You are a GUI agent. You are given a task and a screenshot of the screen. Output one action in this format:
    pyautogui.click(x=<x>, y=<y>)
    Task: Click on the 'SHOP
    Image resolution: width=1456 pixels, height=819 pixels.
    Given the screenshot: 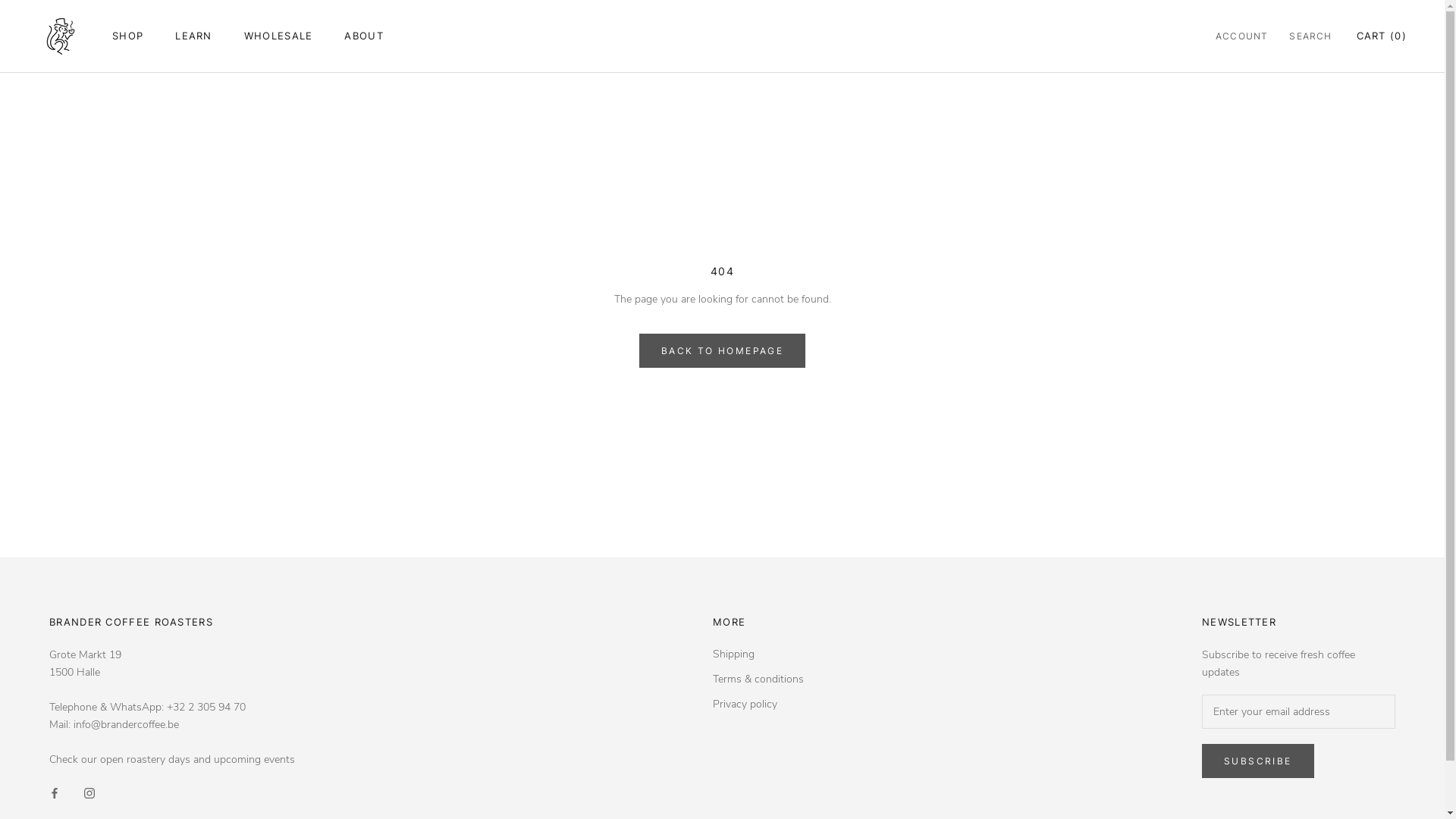 What is the action you would take?
    pyautogui.click(x=127, y=34)
    